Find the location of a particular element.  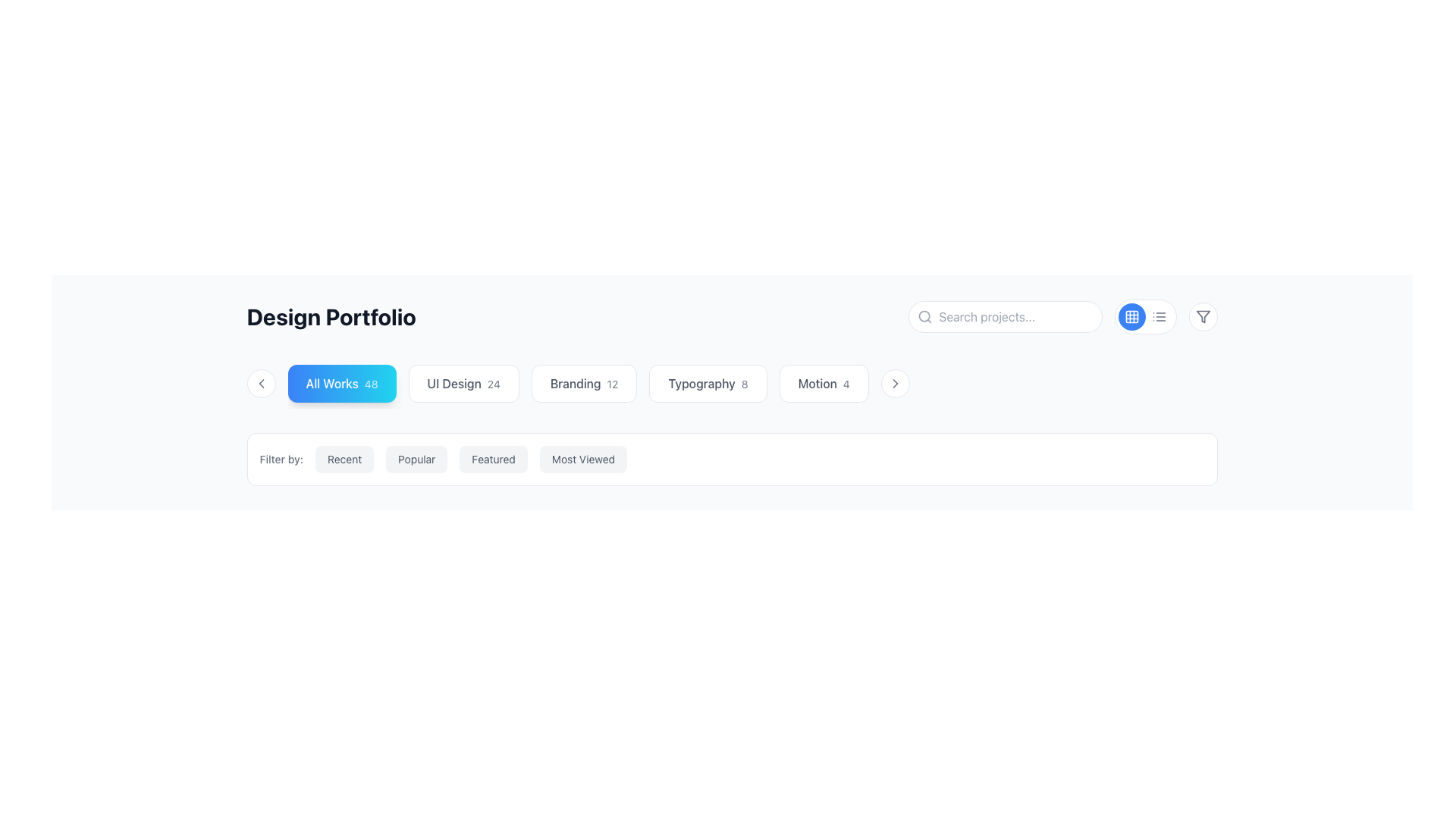

the filter button that enables users to sort displayed content by the most recent items, located slightly right of center in the interface, following the label 'Filter by:' is located at coordinates (344, 458).